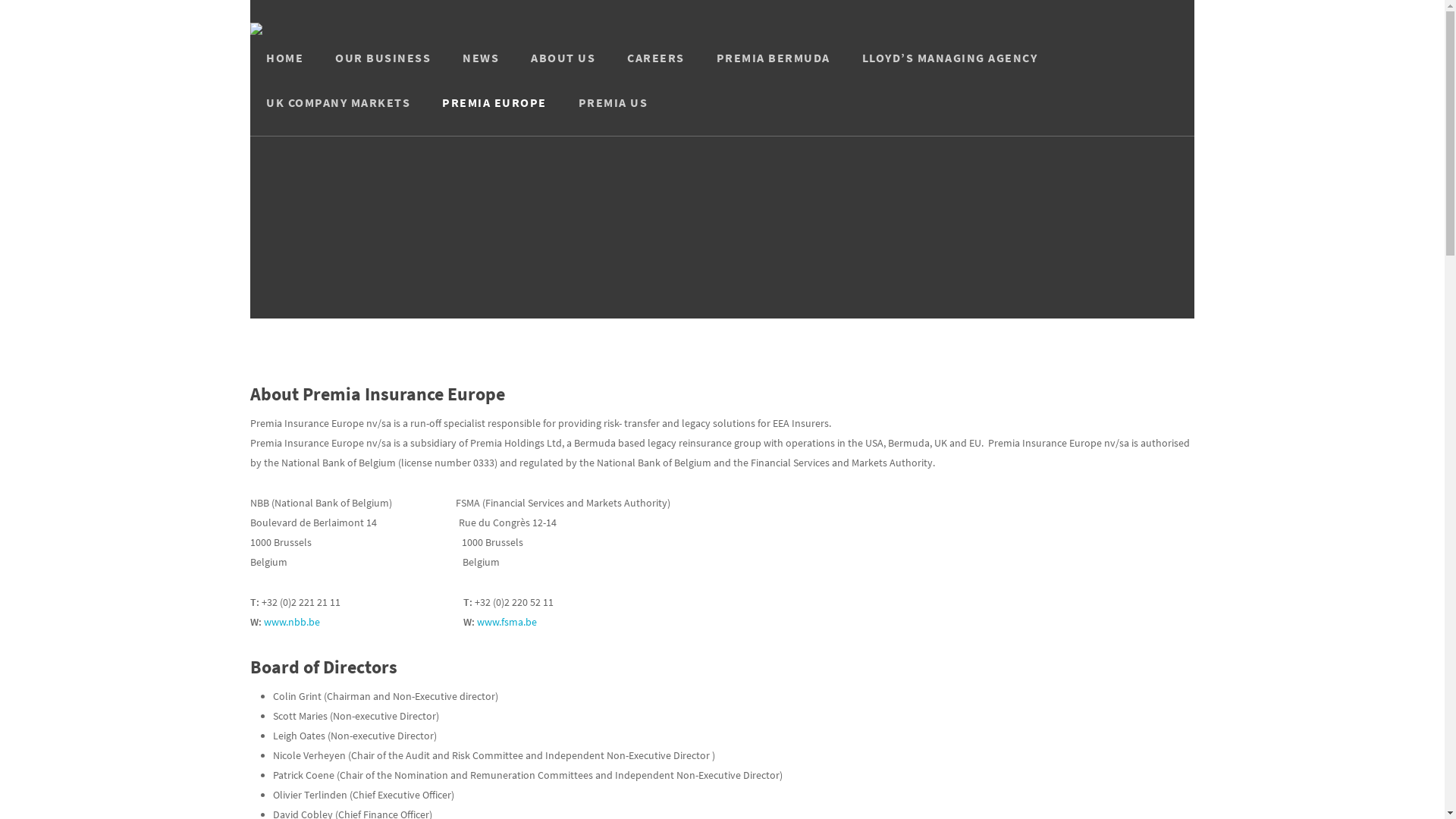 The image size is (1456, 819). Describe the element at coordinates (284, 69) in the screenshot. I see `'HOME'` at that location.